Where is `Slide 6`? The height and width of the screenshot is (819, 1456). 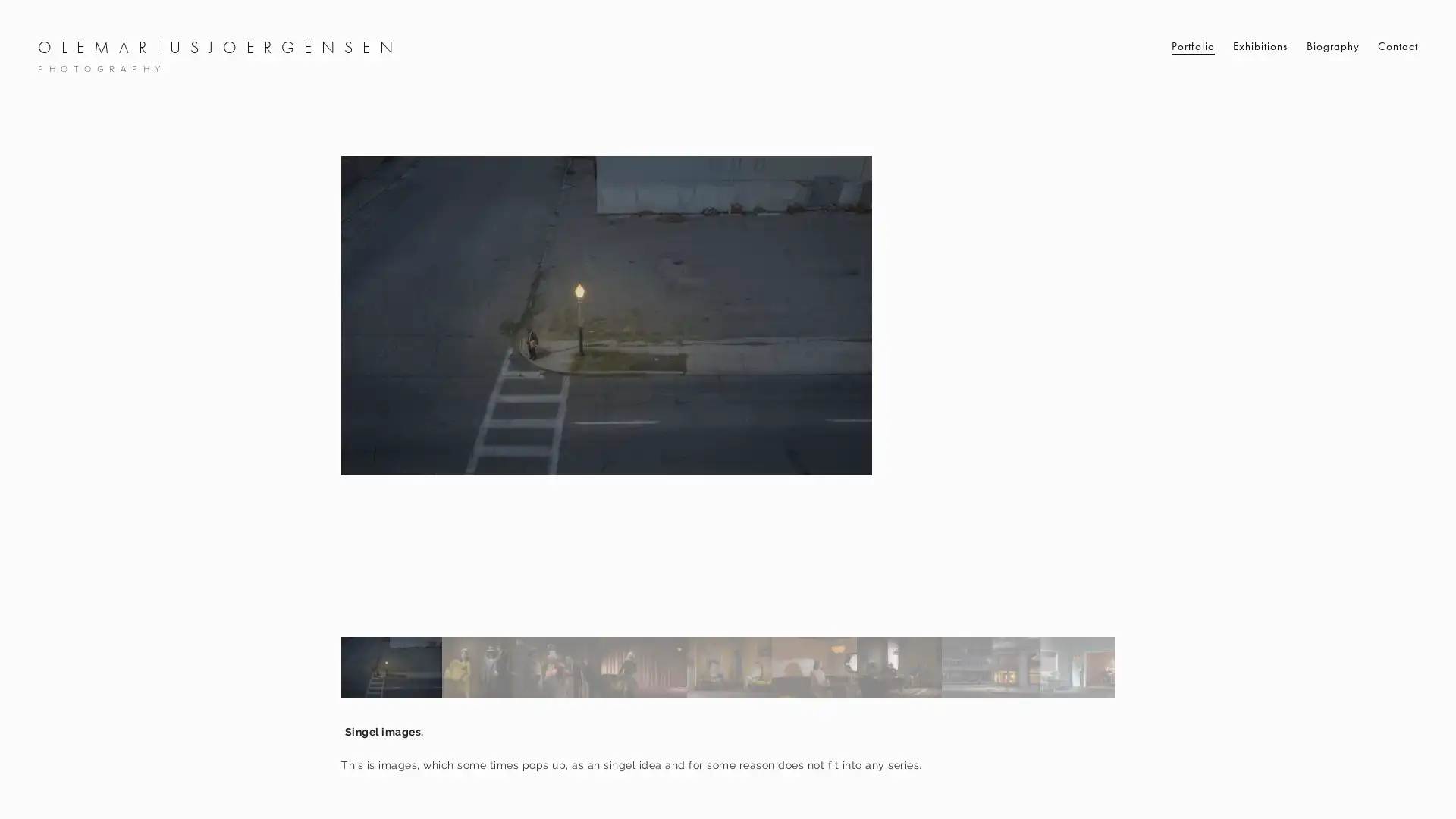
Slide 6 is located at coordinates (813, 666).